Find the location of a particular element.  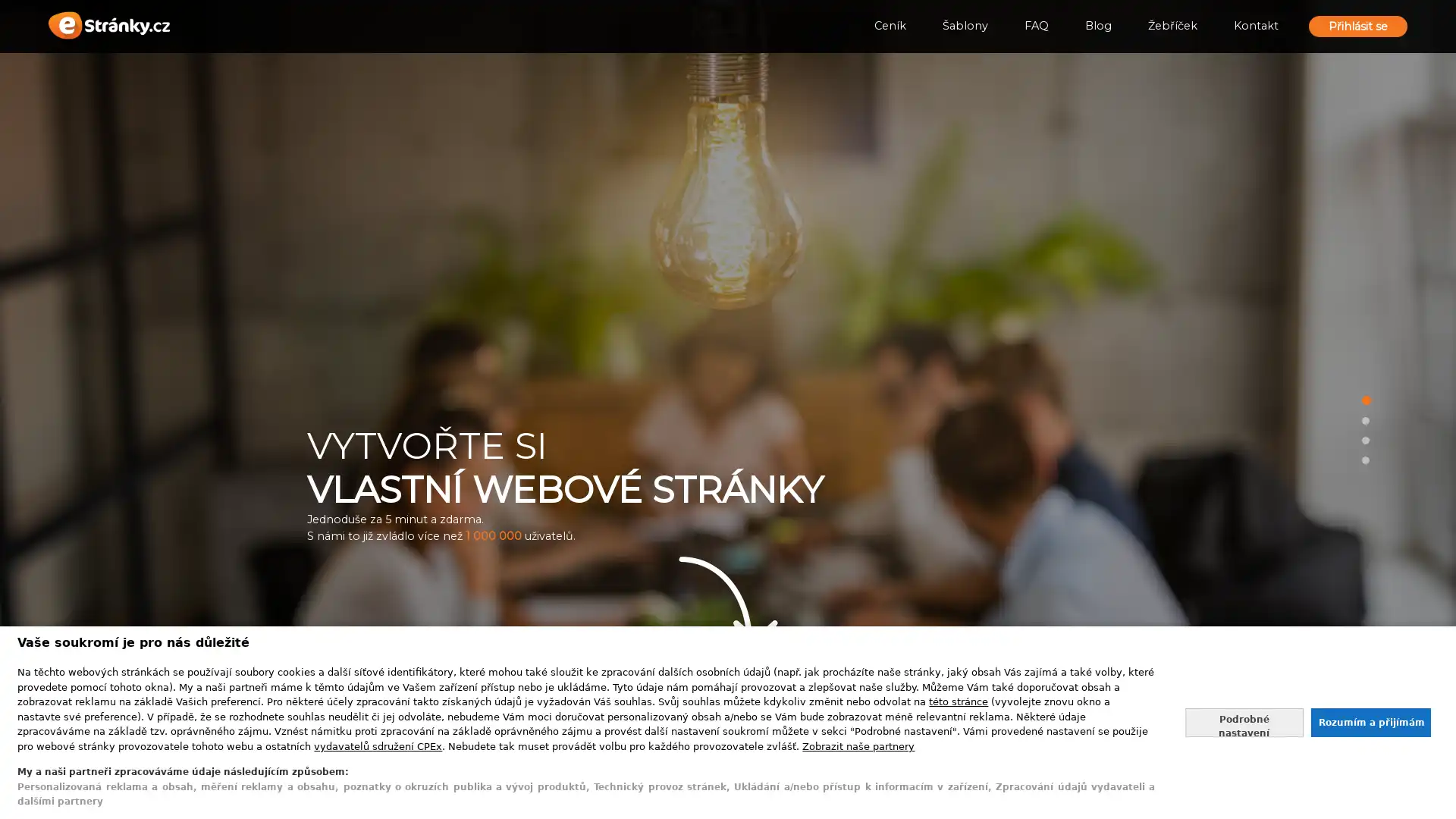

Vytvorit stranky is located at coordinates (1008, 744).